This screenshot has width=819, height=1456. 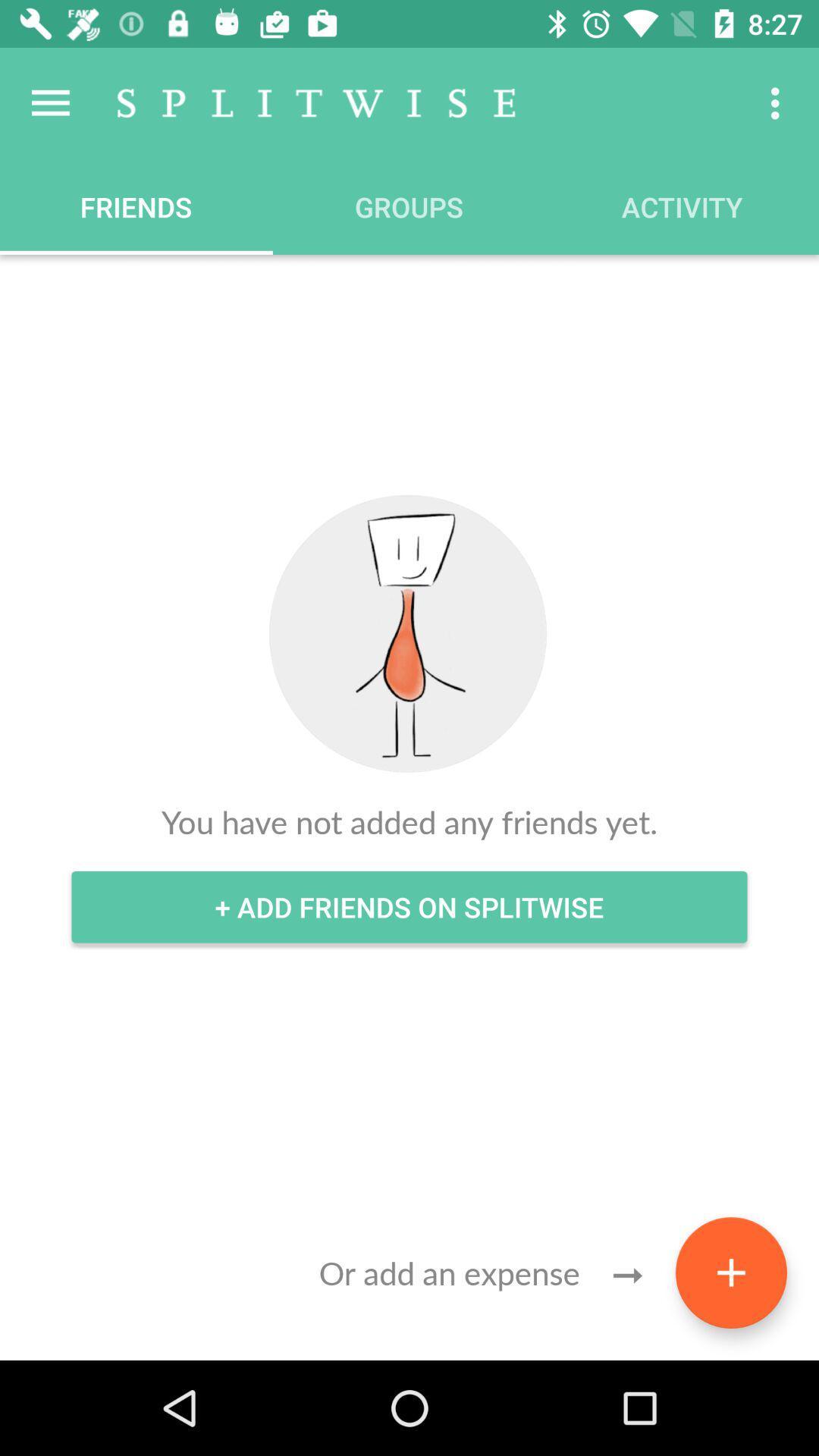 I want to click on the icon below add friends on, so click(x=730, y=1272).